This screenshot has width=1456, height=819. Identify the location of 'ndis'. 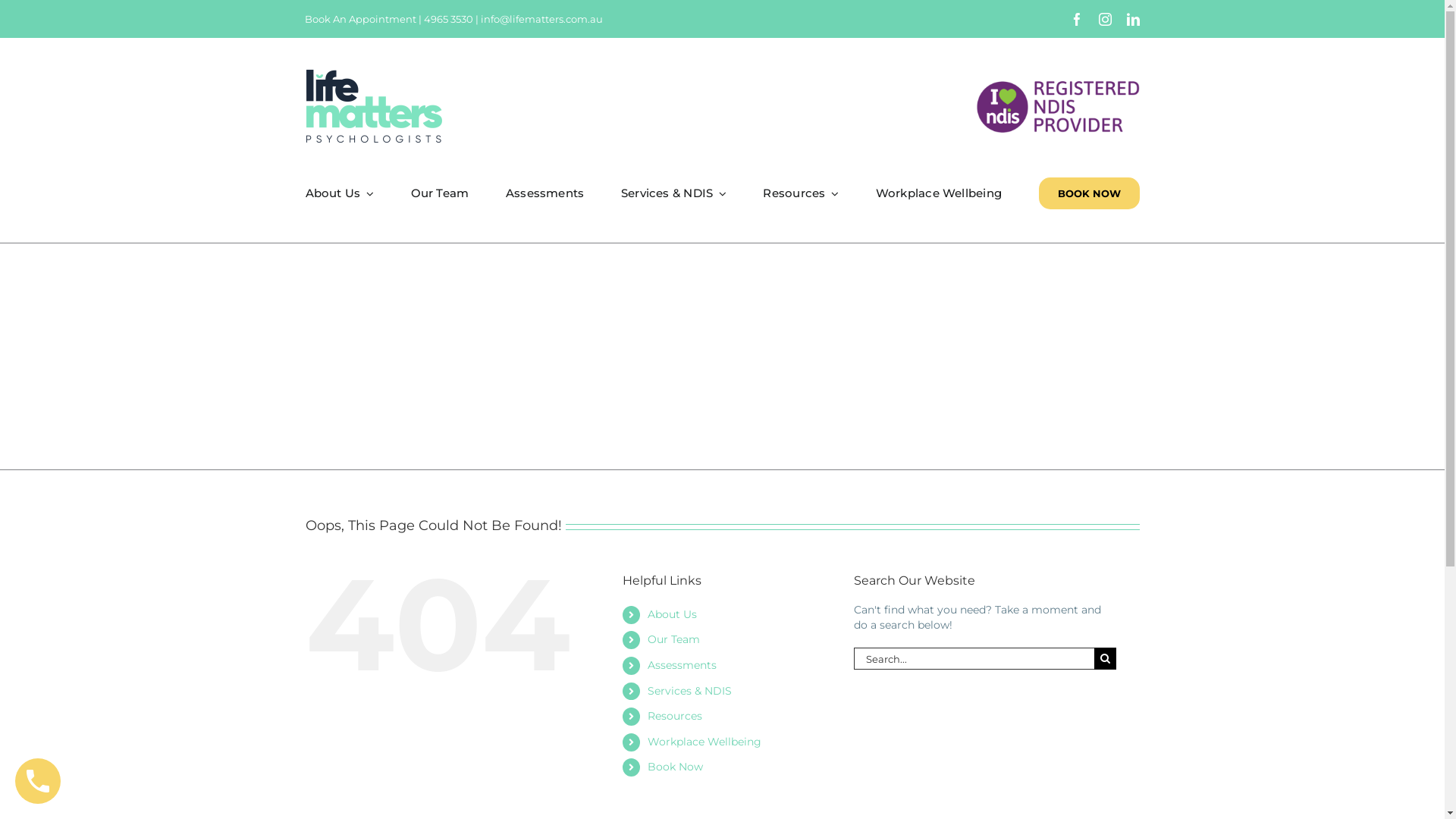
(1057, 105).